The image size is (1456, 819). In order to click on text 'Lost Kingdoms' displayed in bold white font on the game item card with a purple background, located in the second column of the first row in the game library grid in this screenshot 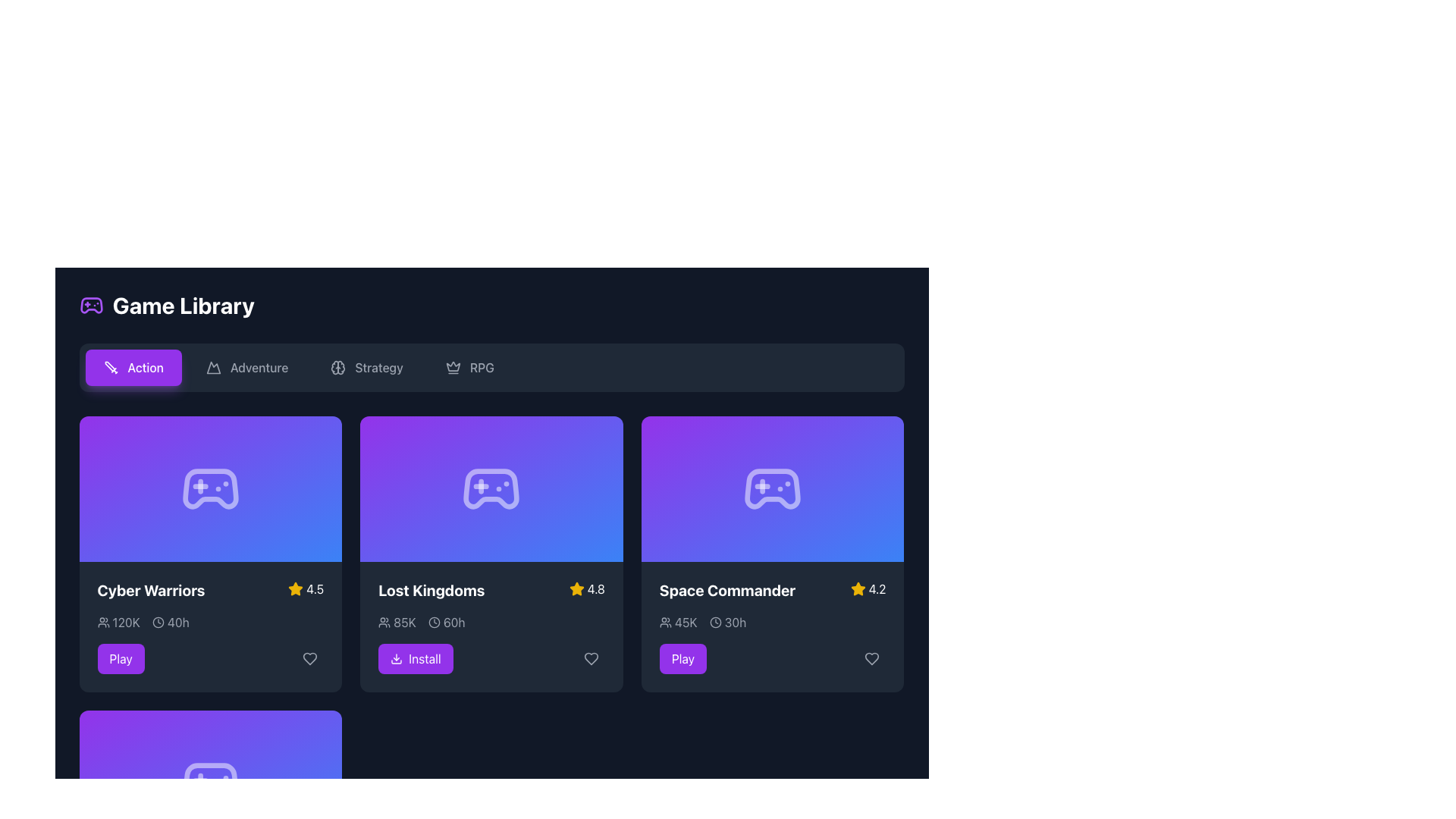, I will do `click(431, 590)`.